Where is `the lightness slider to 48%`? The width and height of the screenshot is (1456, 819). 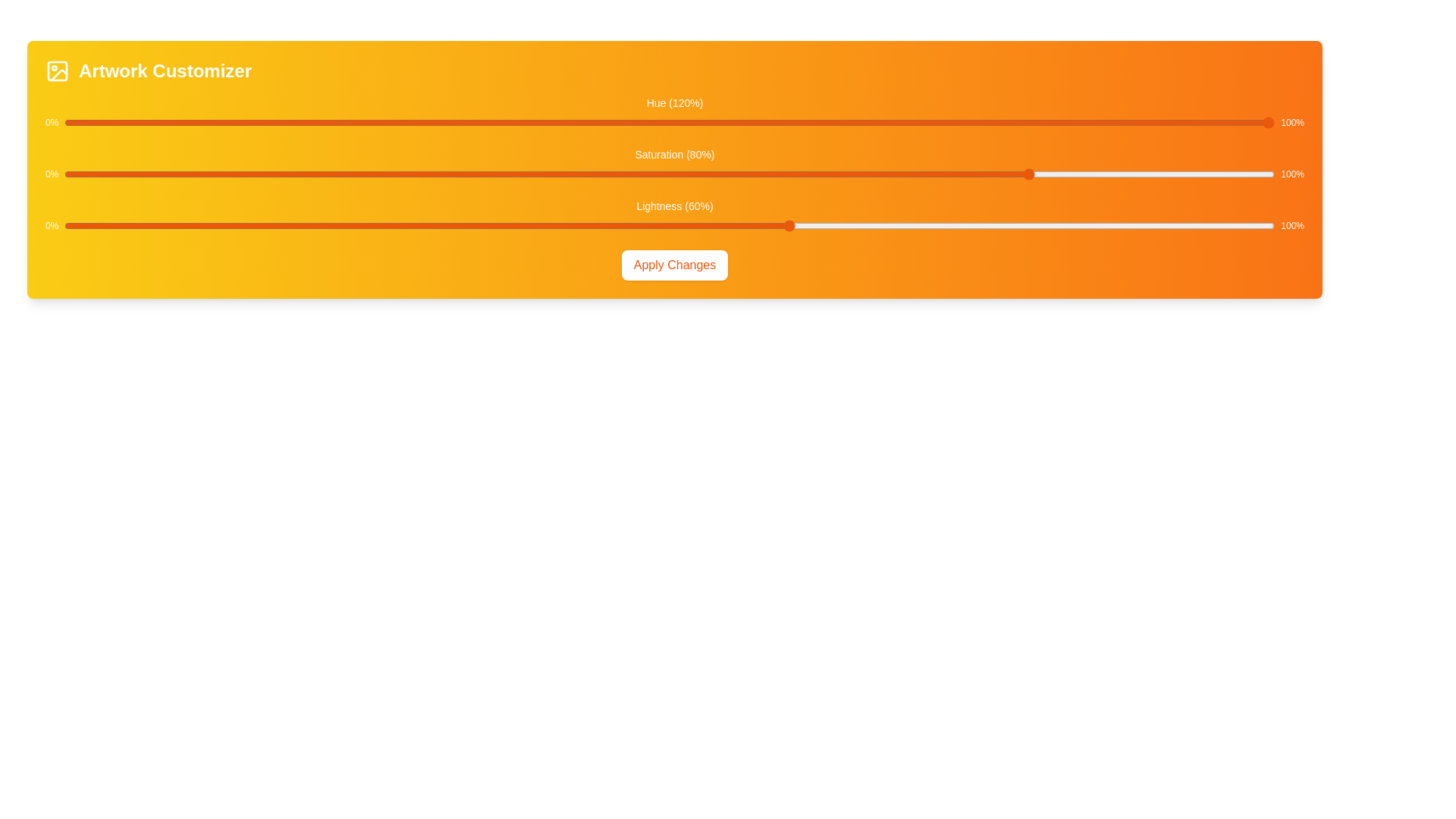
the lightness slider to 48% is located at coordinates (645, 225).